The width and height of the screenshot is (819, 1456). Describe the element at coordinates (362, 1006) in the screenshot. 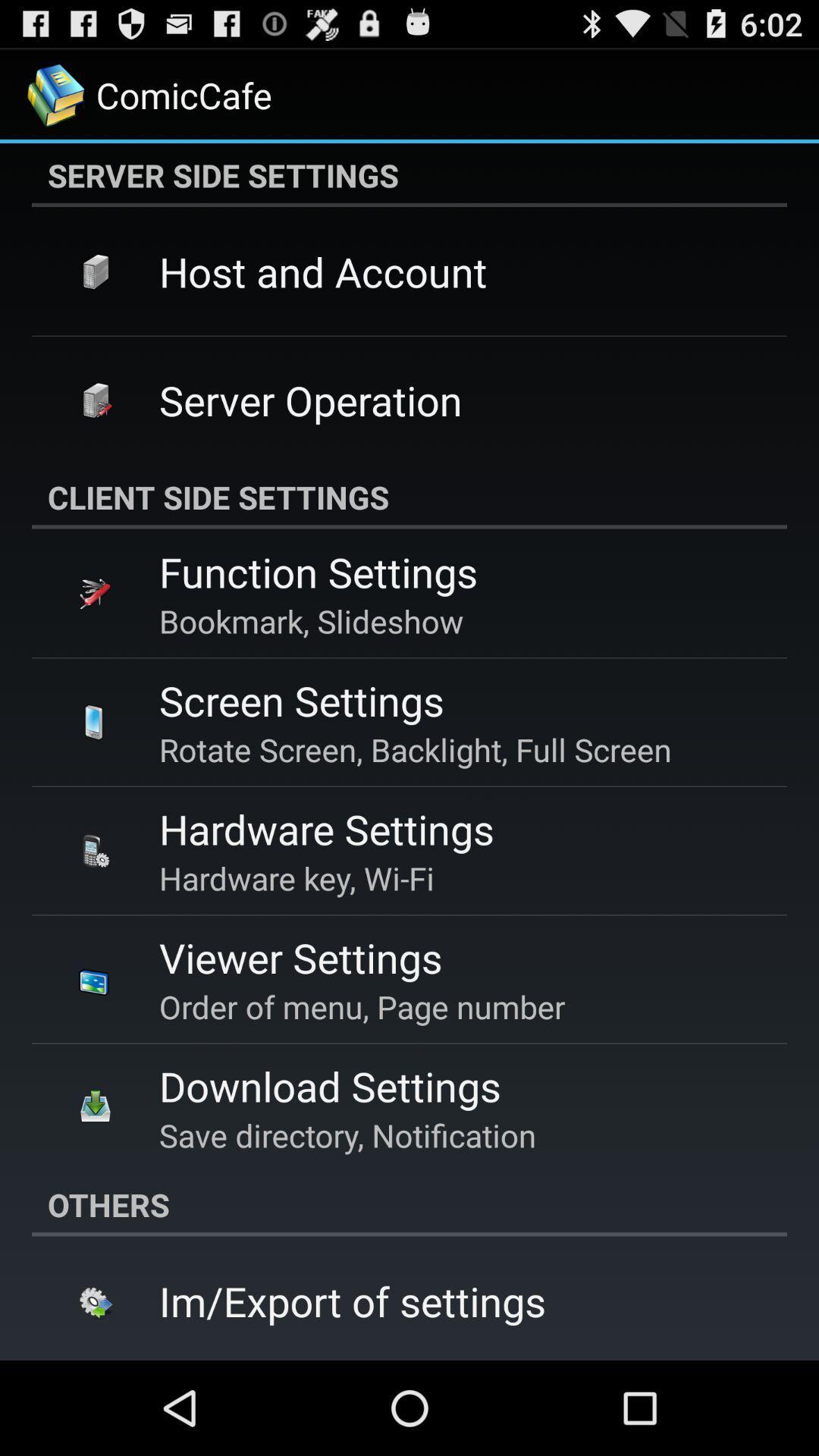

I see `the item below viewer settings item` at that location.